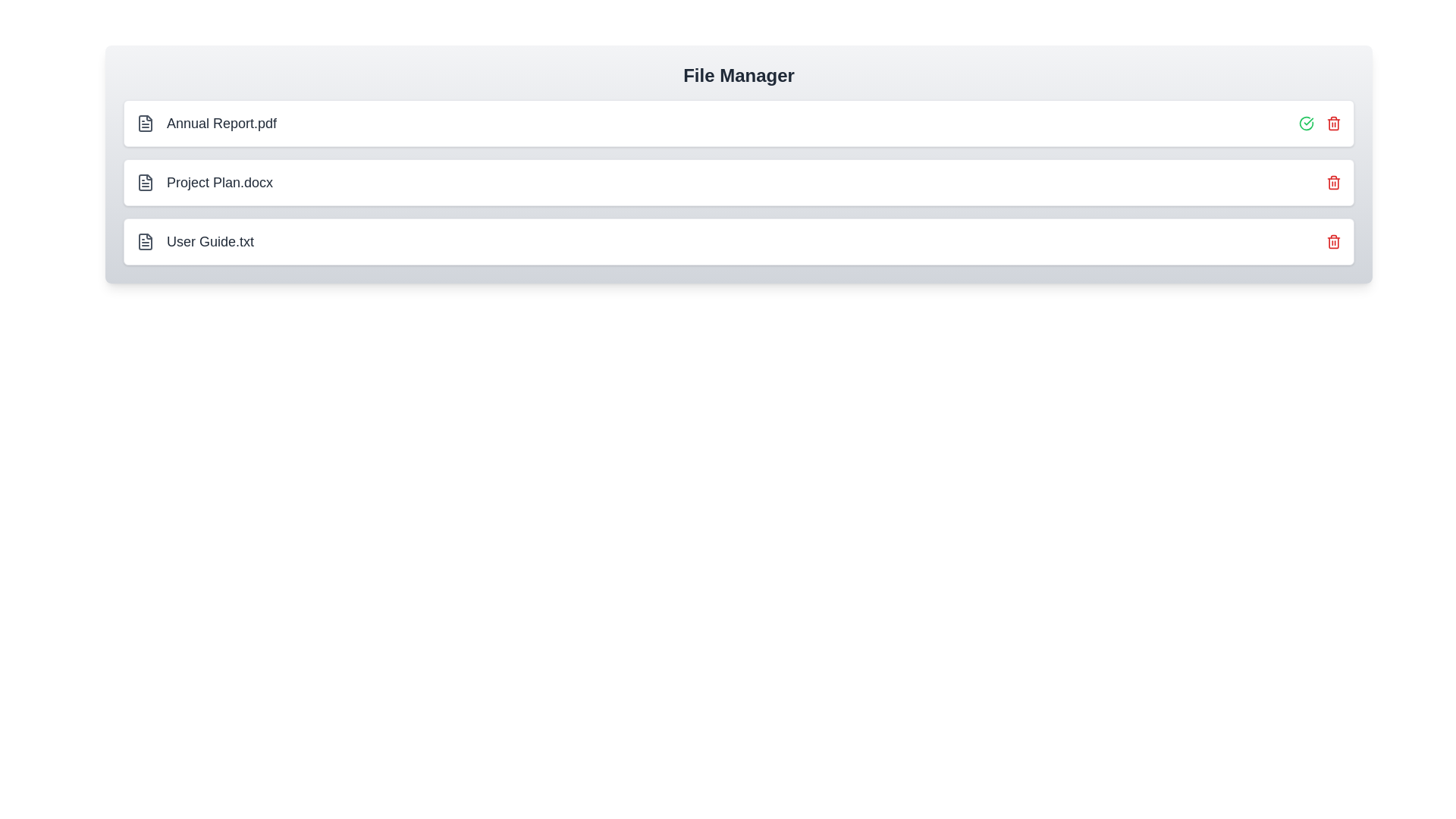 This screenshot has width=1456, height=819. Describe the element at coordinates (203, 181) in the screenshot. I see `the File list entry displaying 'Project Plan.docx'` at that location.